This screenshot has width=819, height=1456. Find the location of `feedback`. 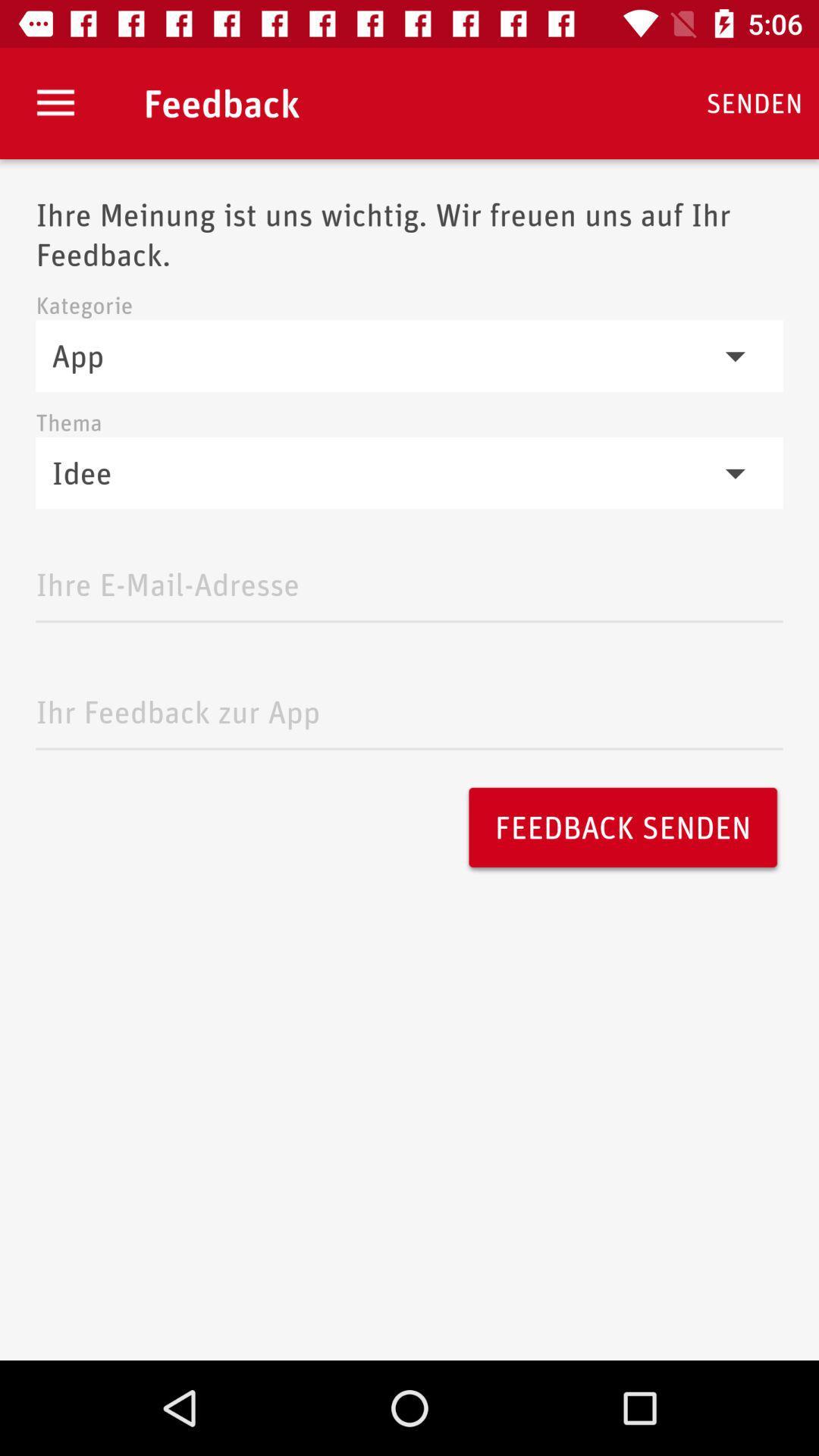

feedback is located at coordinates (409, 707).